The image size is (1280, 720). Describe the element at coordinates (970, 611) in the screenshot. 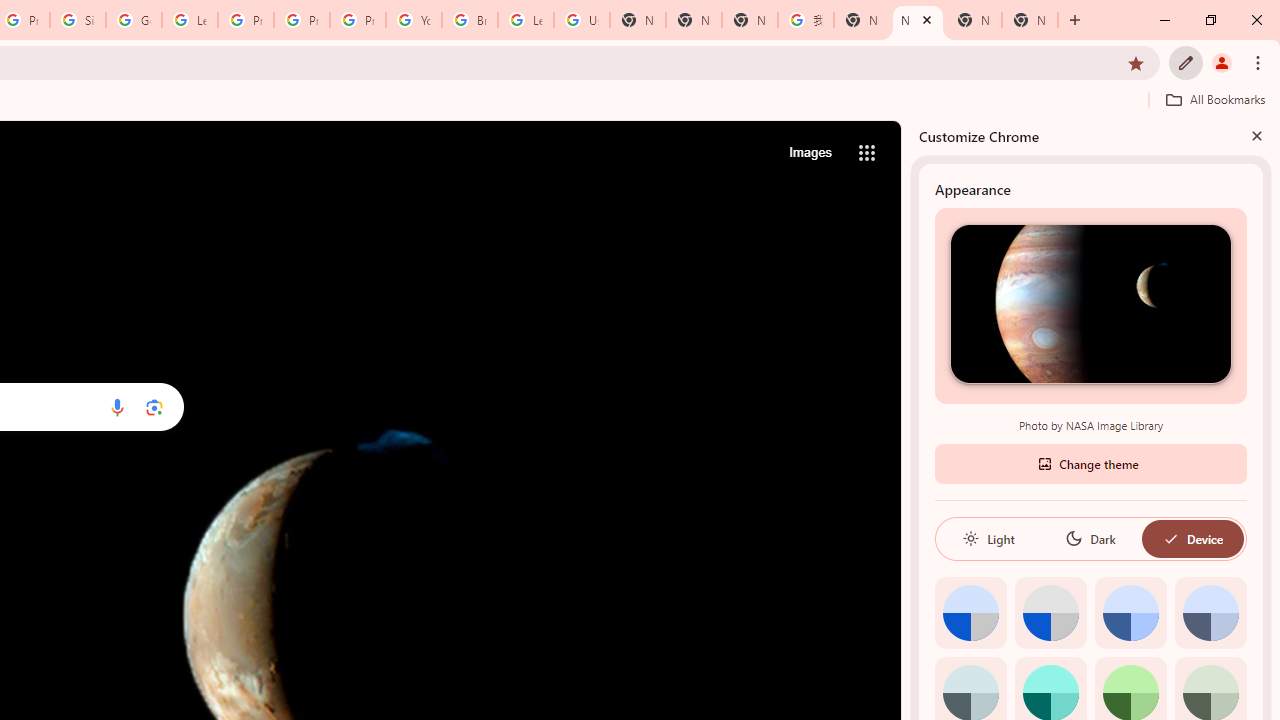

I see `'Default color'` at that location.